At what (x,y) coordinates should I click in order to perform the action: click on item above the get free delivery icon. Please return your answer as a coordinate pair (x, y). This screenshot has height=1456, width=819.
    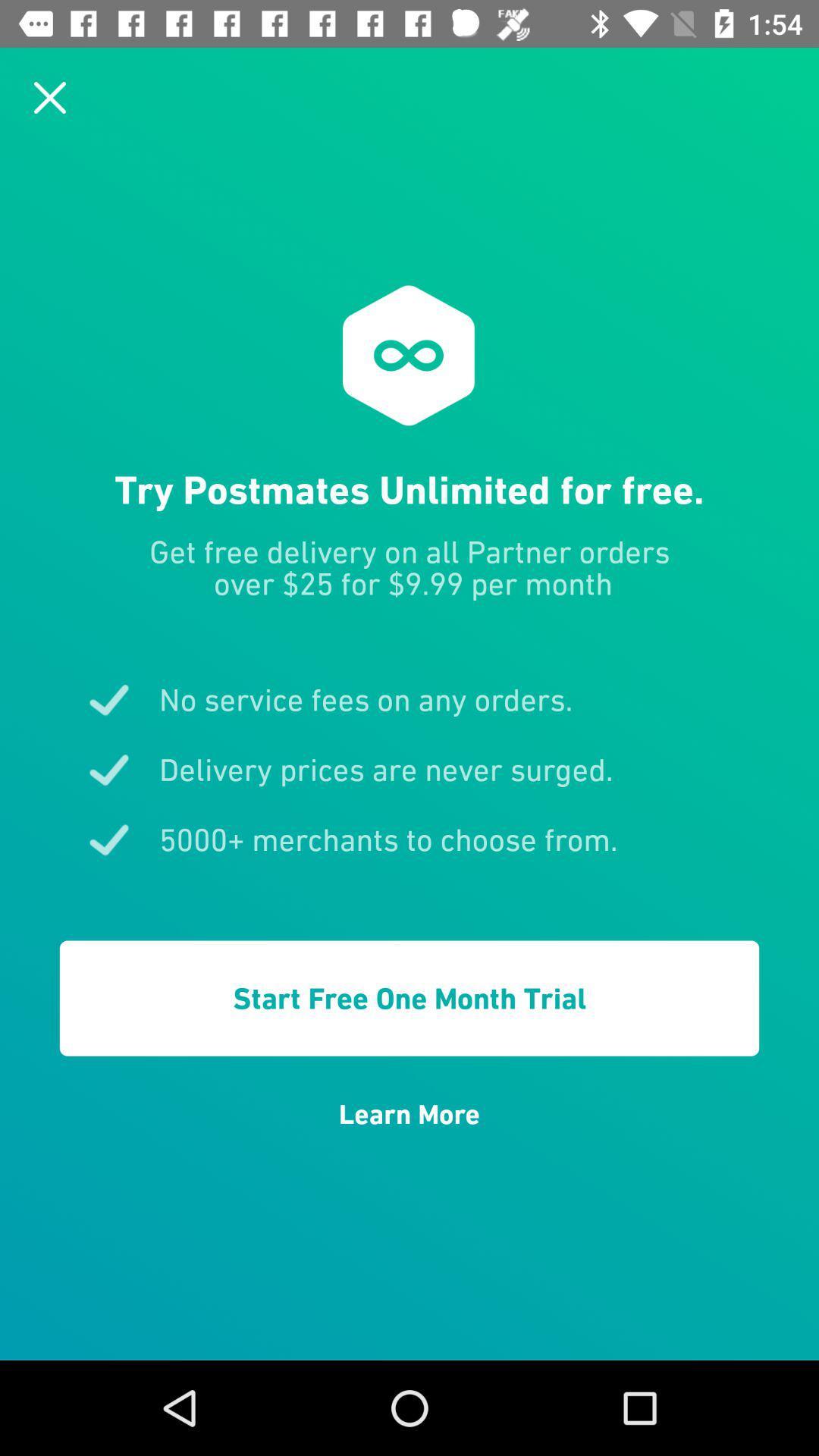
    Looking at the image, I should click on (49, 96).